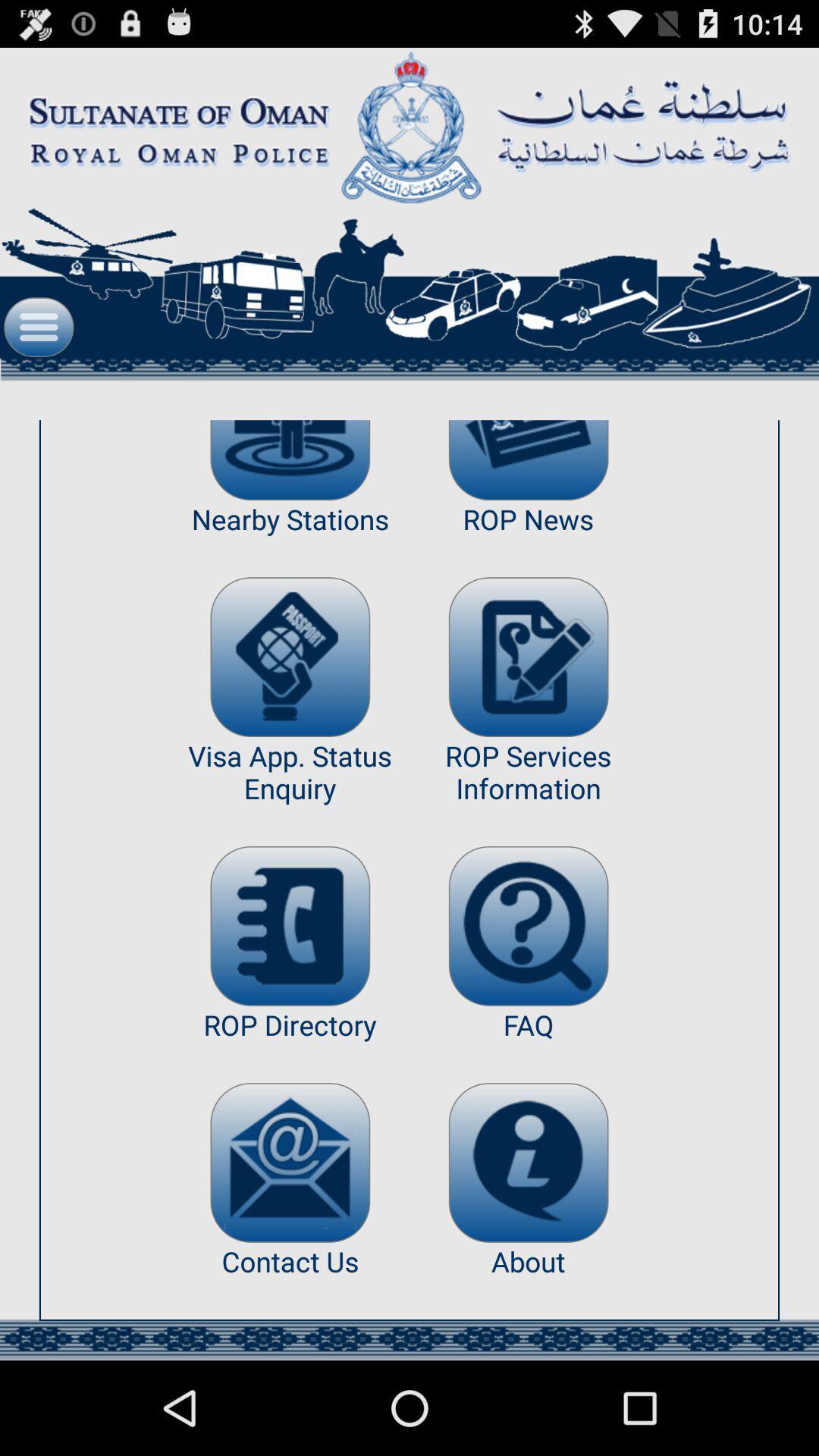 This screenshot has height=1456, width=819. What do you see at coordinates (290, 1162) in the screenshot?
I see `item below rop directory app` at bounding box center [290, 1162].